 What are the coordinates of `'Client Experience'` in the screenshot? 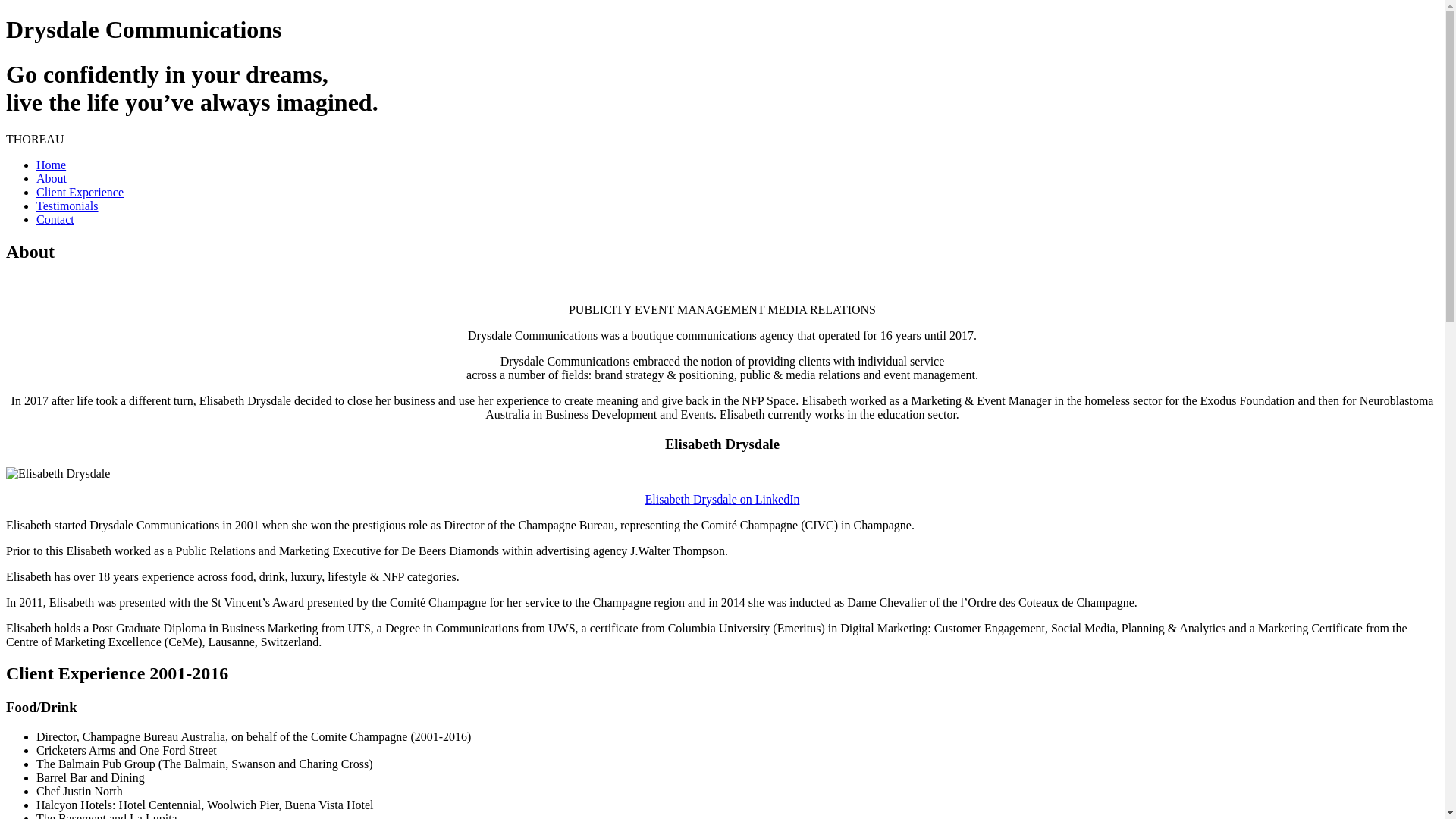 It's located at (79, 191).